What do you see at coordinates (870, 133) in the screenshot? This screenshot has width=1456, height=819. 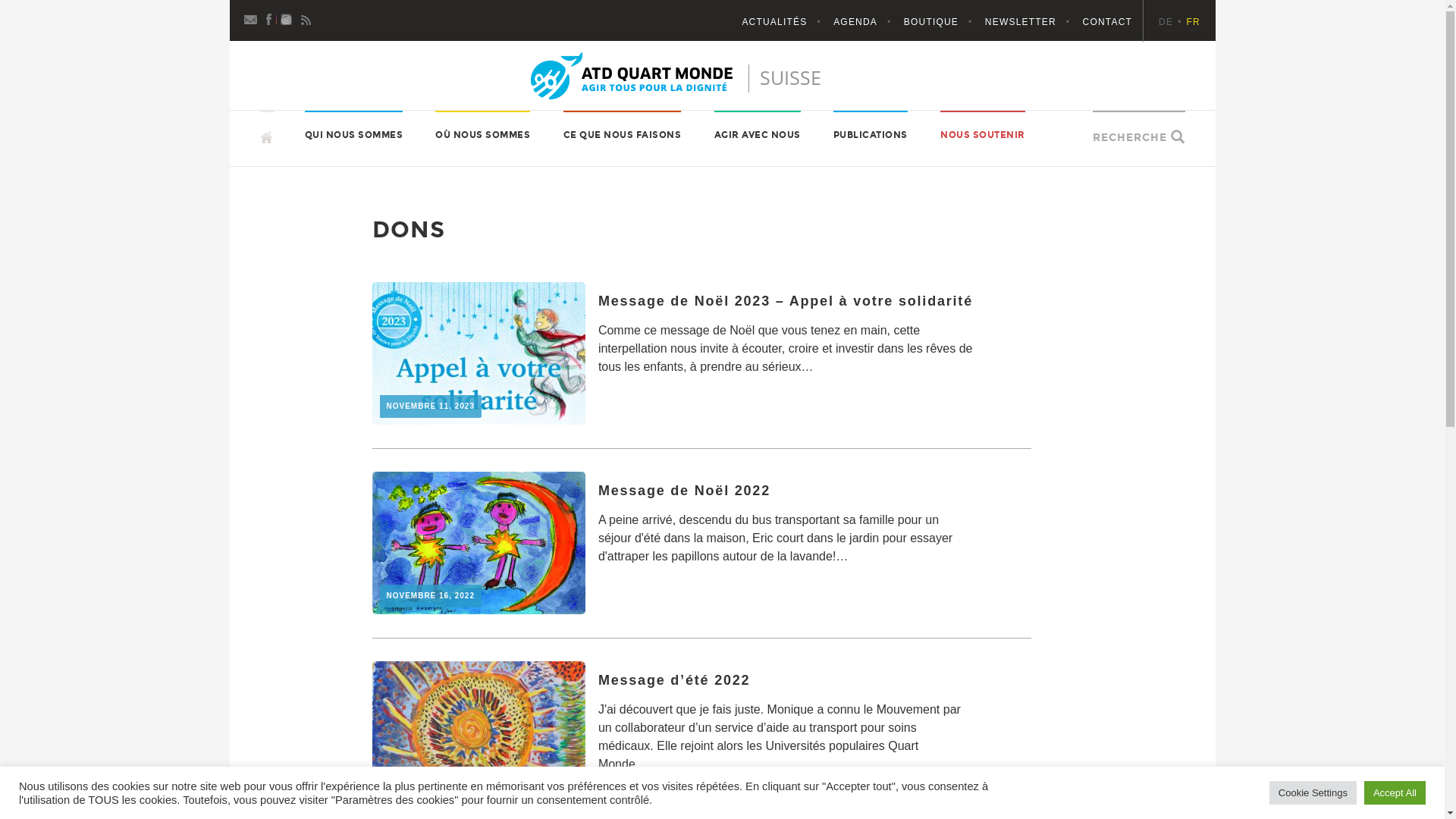 I see `'PUBLICATIONS'` at bounding box center [870, 133].